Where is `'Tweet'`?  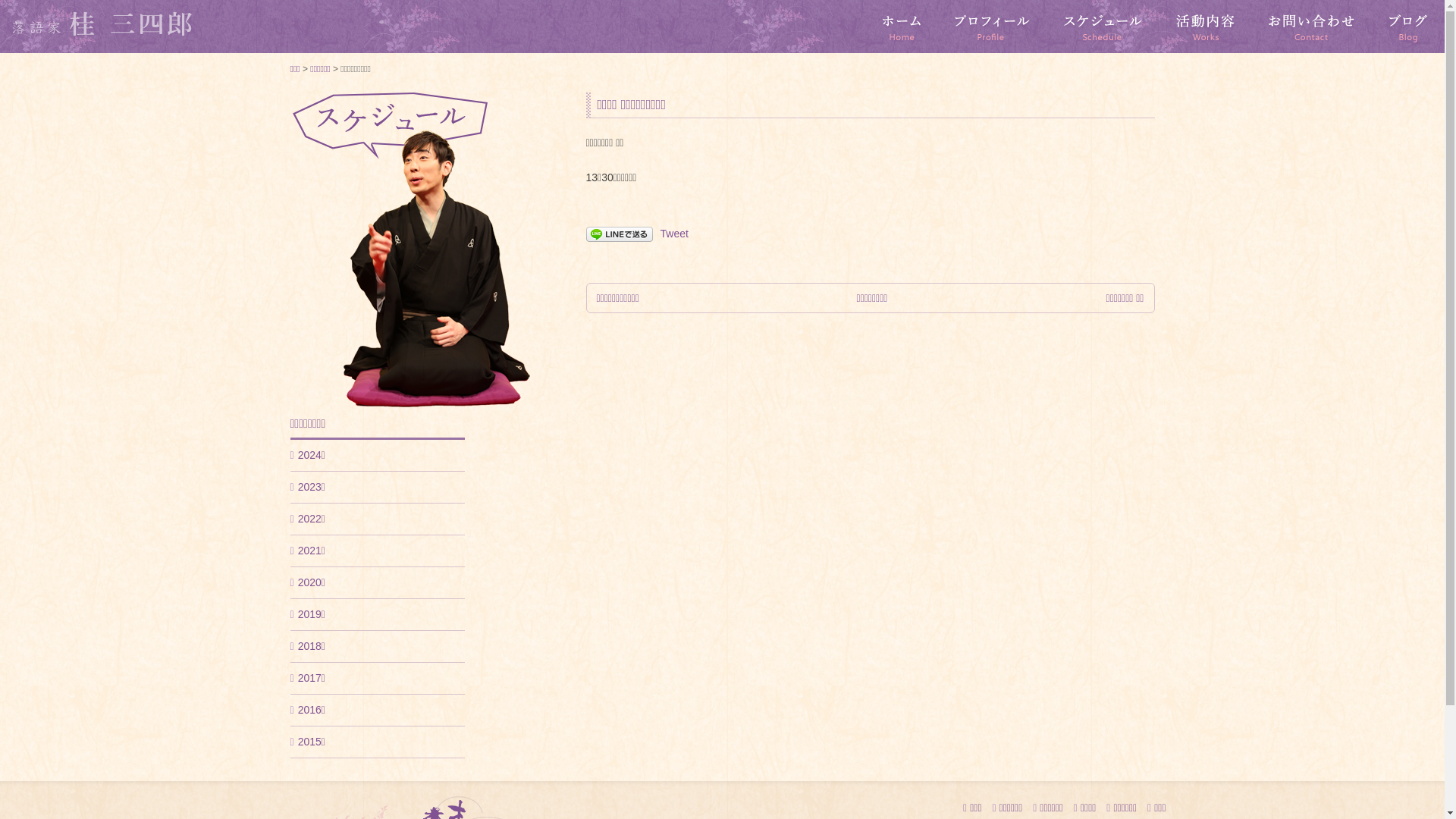 'Tweet' is located at coordinates (659, 234).